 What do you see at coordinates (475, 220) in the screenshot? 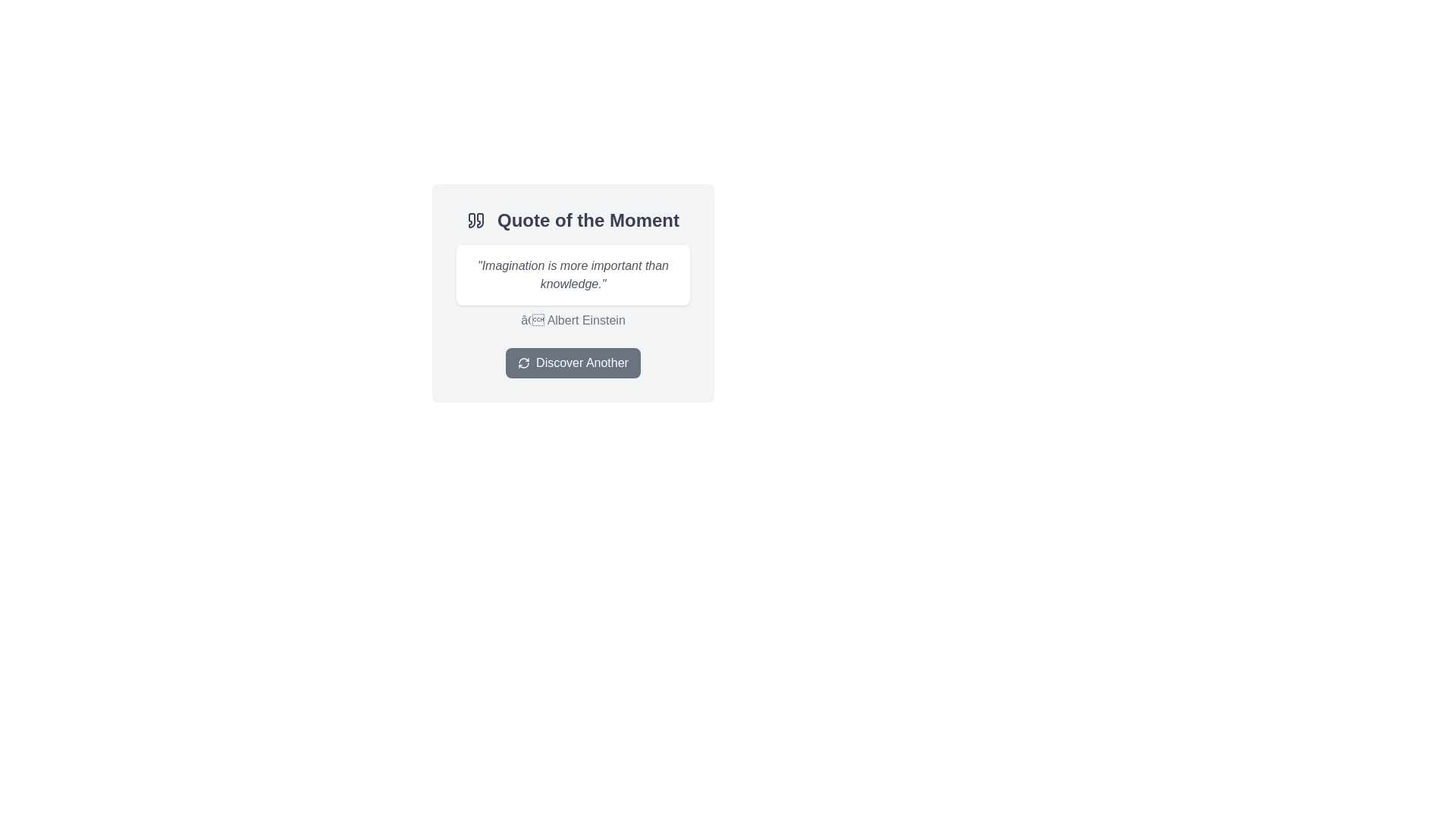
I see `the gray quotation marks icon located to the left of the 'Quote of the Moment' text` at bounding box center [475, 220].